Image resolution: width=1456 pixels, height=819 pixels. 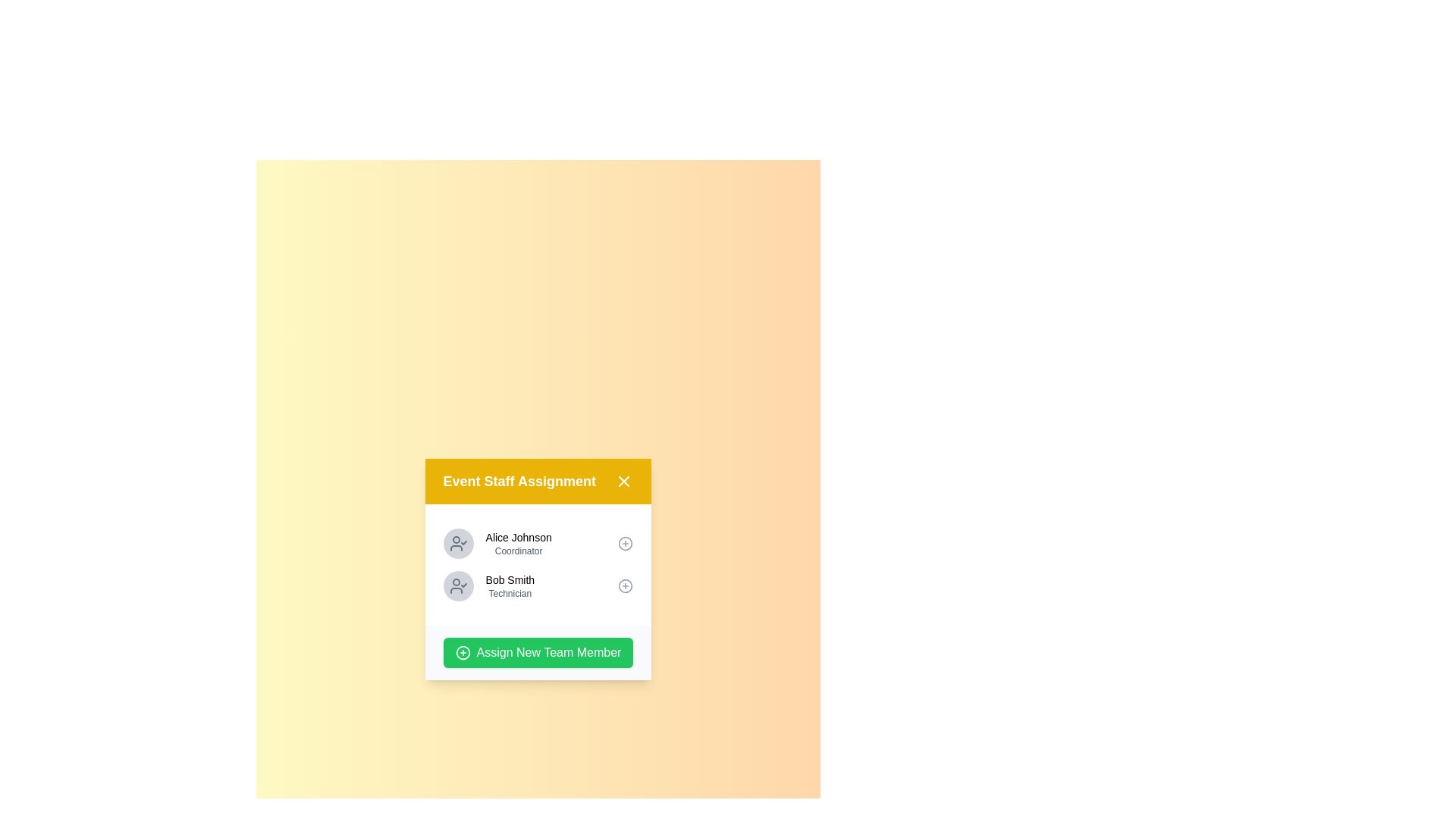 I want to click on 'Edit' button next to the team member Alice Johnson, so click(x=626, y=543).